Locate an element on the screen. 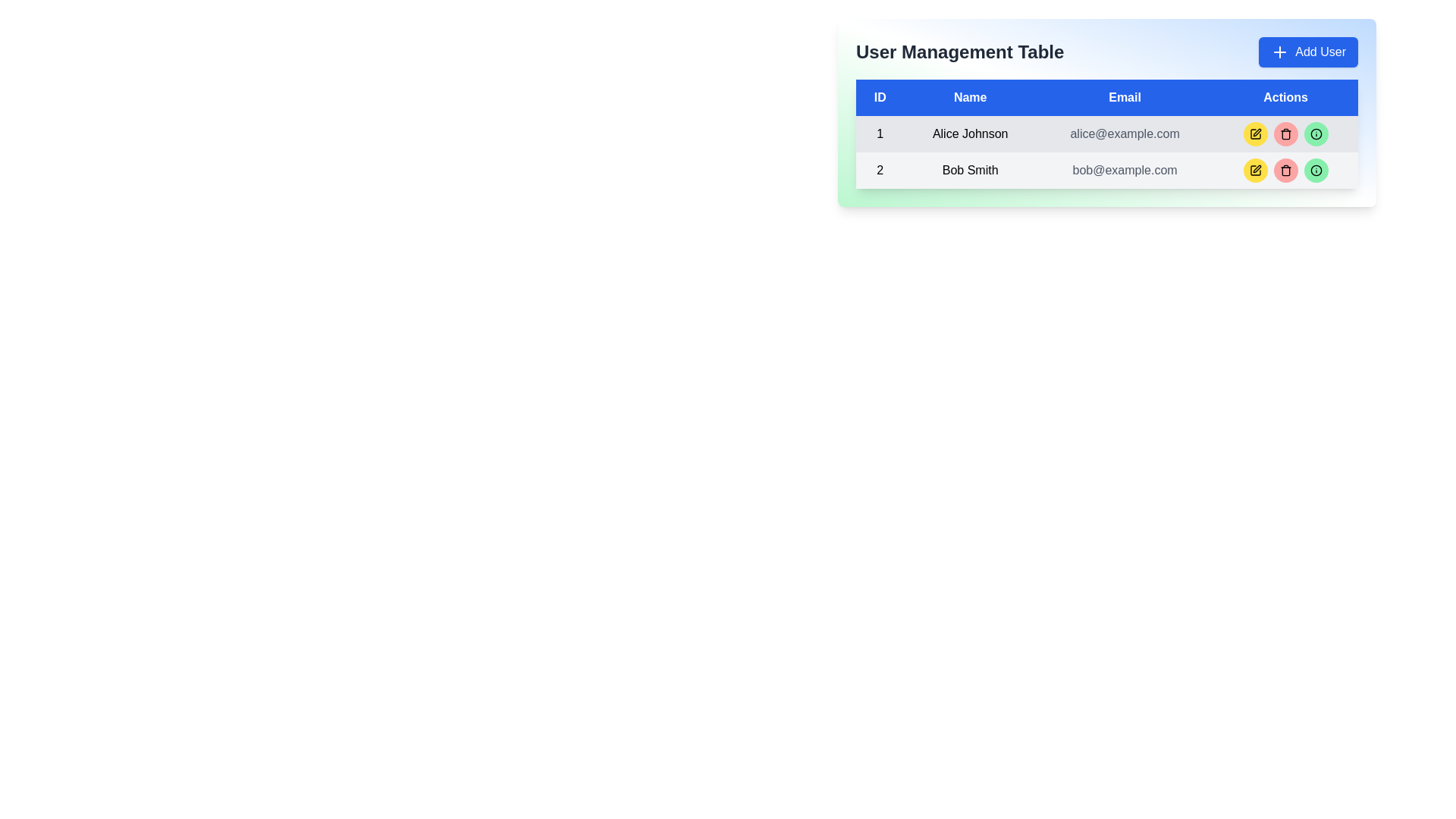 The image size is (1456, 819). the edit button in the actions column of the first row of the user table is located at coordinates (1255, 133).